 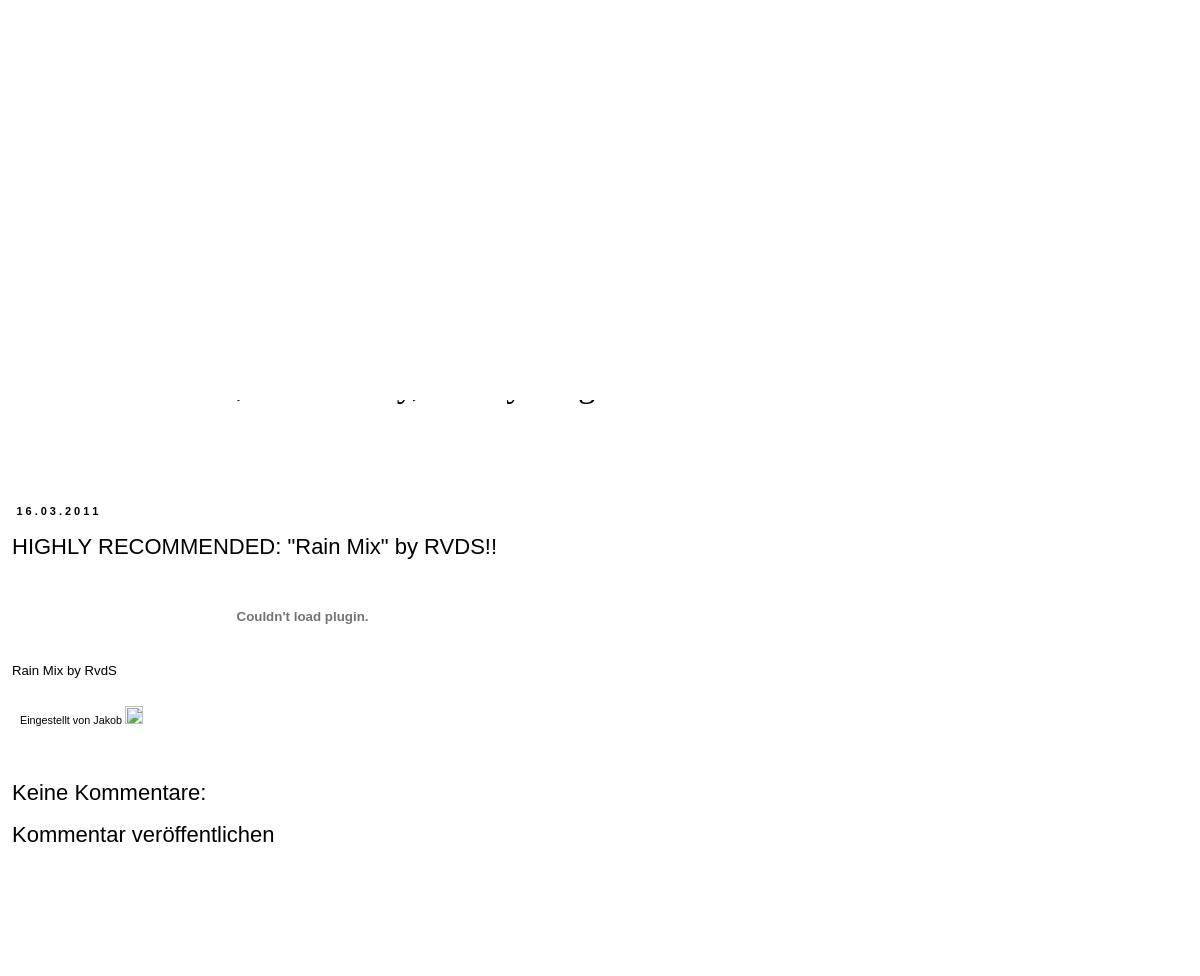 What do you see at coordinates (488, 364) in the screenshot?
I see `'The Final Manifest: Terpsiton and The VFMM are dead. No encore, no funeral, no obituary, no anything. This is it. Farewell!'` at bounding box center [488, 364].